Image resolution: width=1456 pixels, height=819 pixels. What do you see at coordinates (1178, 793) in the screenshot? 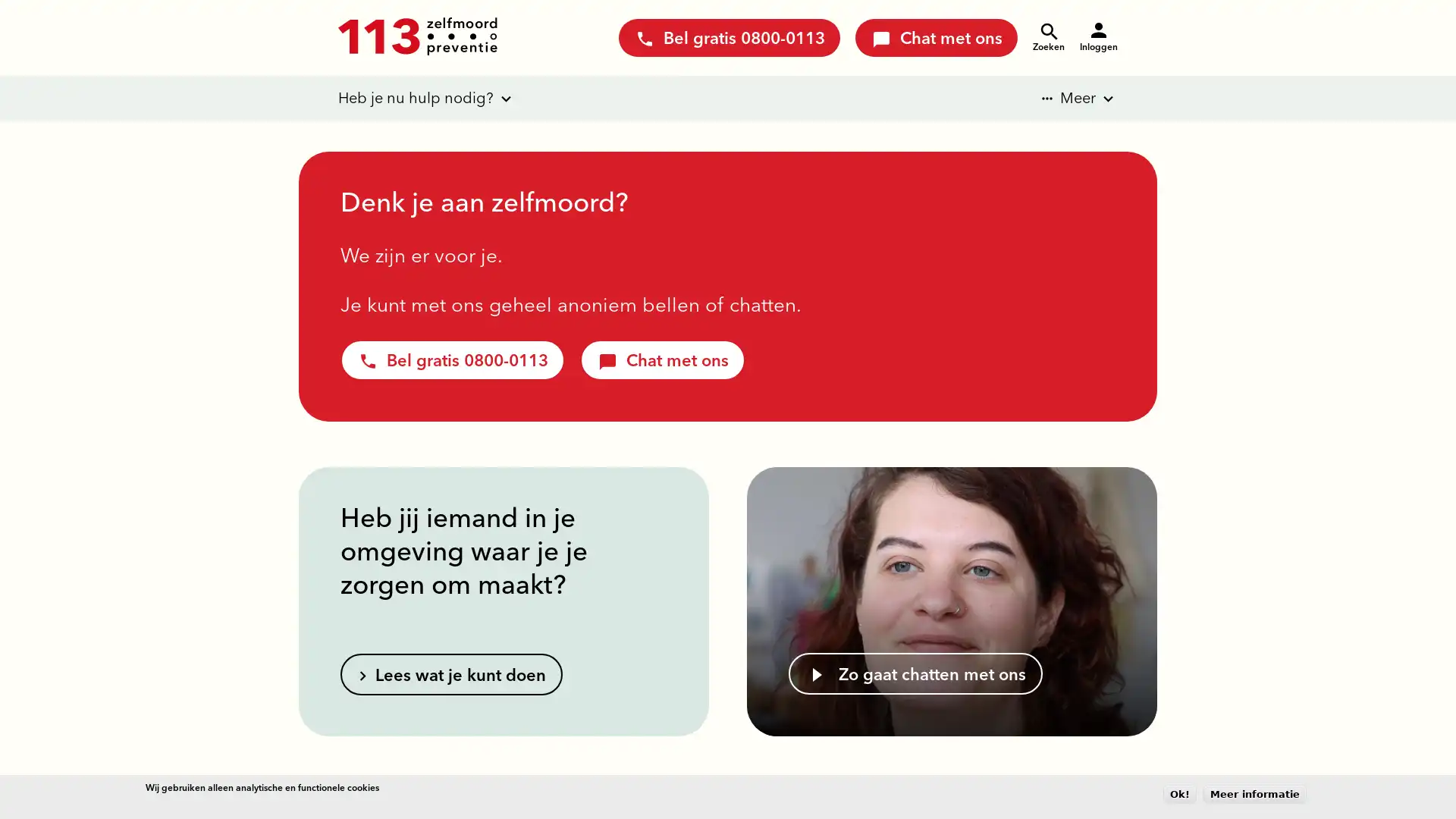
I see `Ok!` at bounding box center [1178, 793].